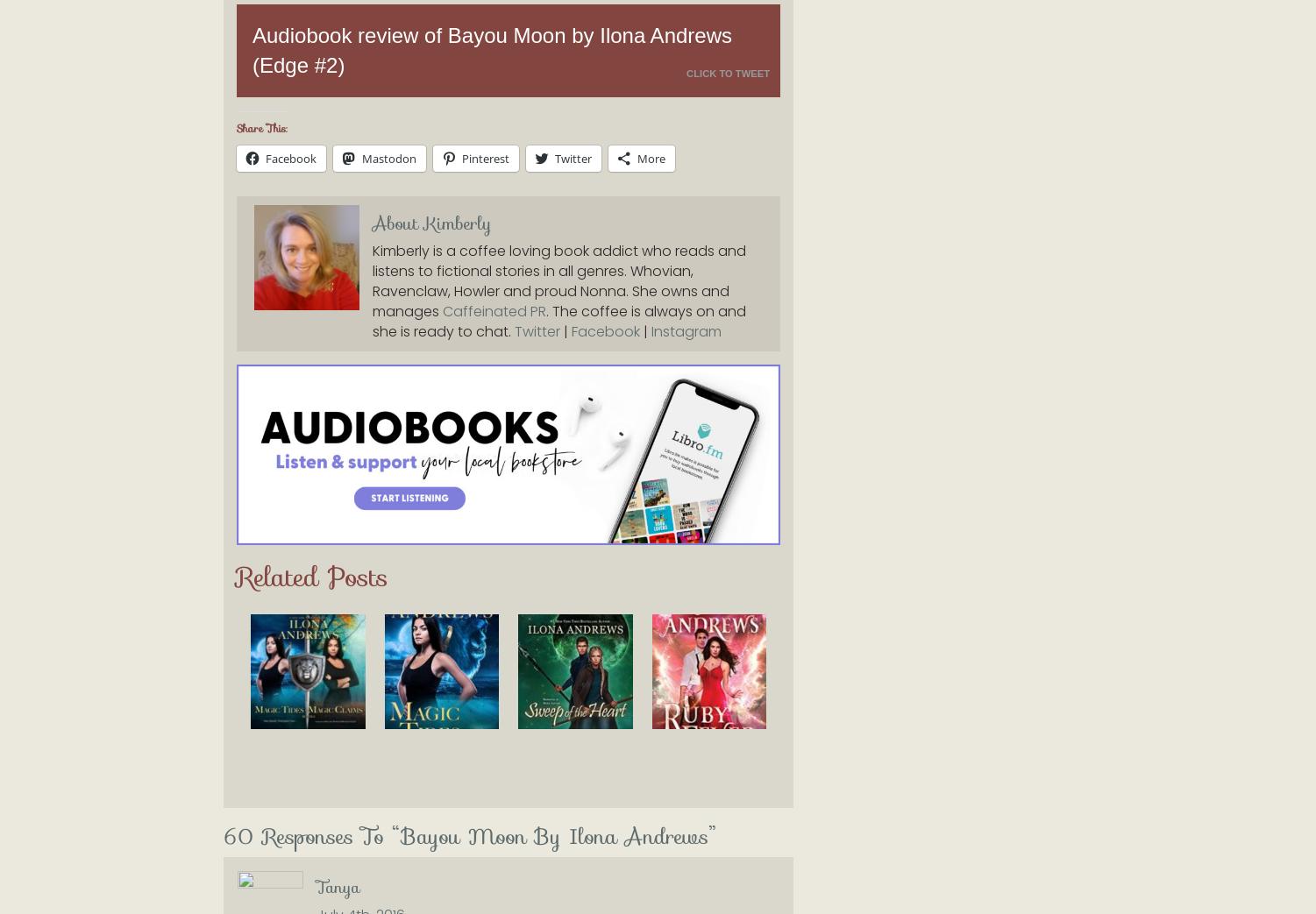 This screenshot has width=1316, height=914. Describe the element at coordinates (430, 223) in the screenshot. I see `'About Kimberly'` at that location.